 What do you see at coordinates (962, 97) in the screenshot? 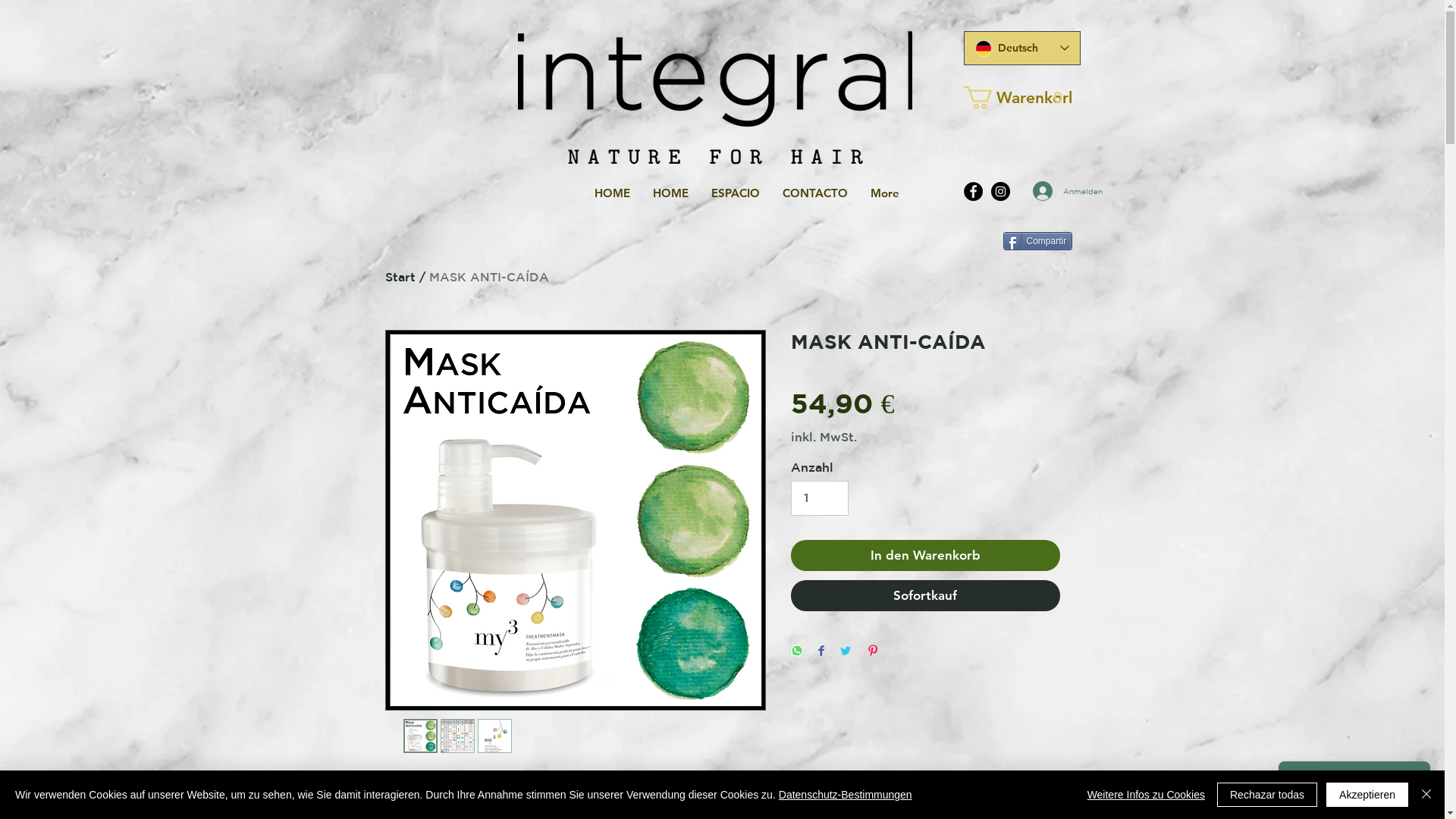
I see `'Warenkorb` at bounding box center [962, 97].